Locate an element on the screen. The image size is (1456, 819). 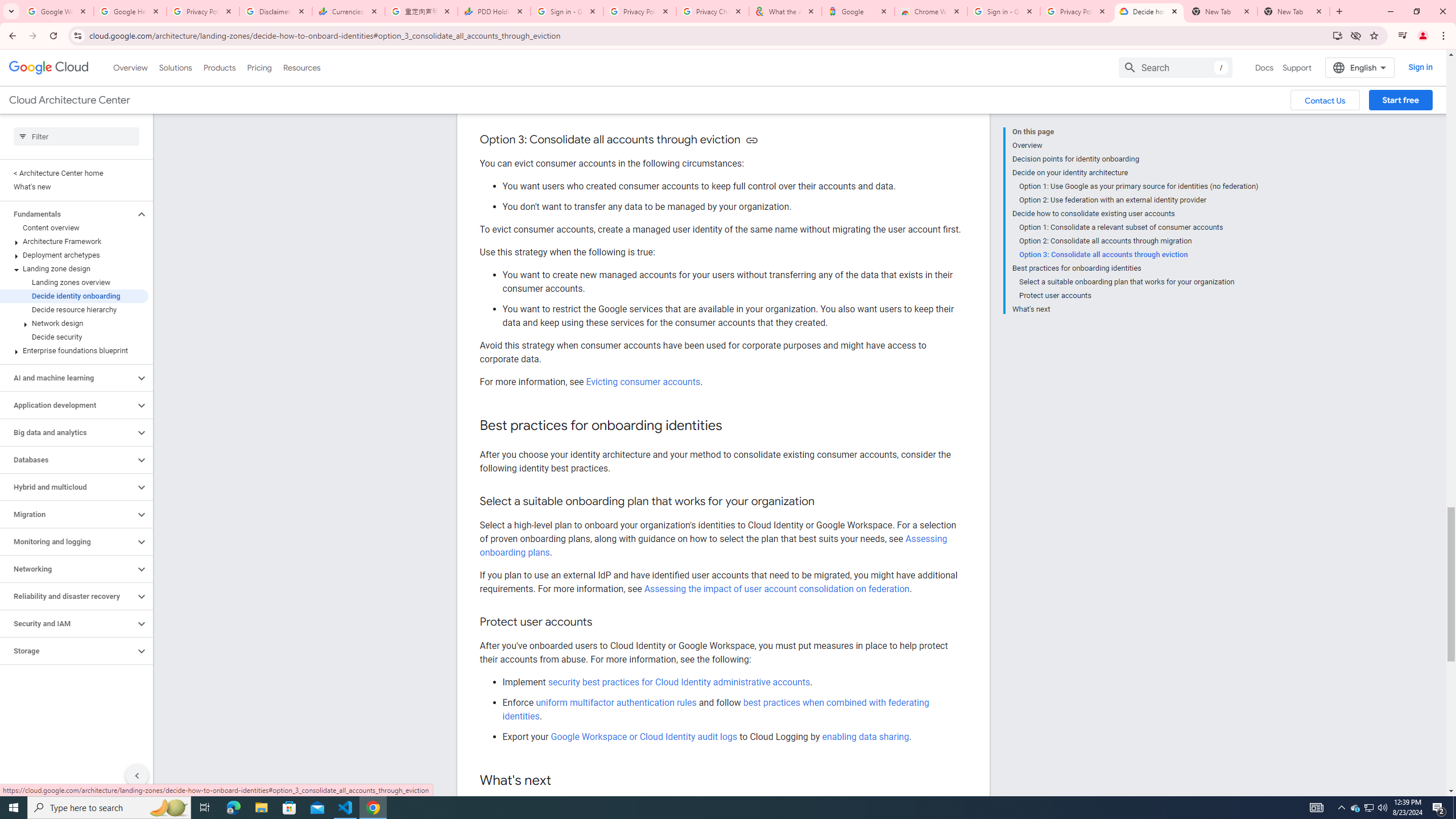
'Cloud Architecture Center' is located at coordinates (69, 100).